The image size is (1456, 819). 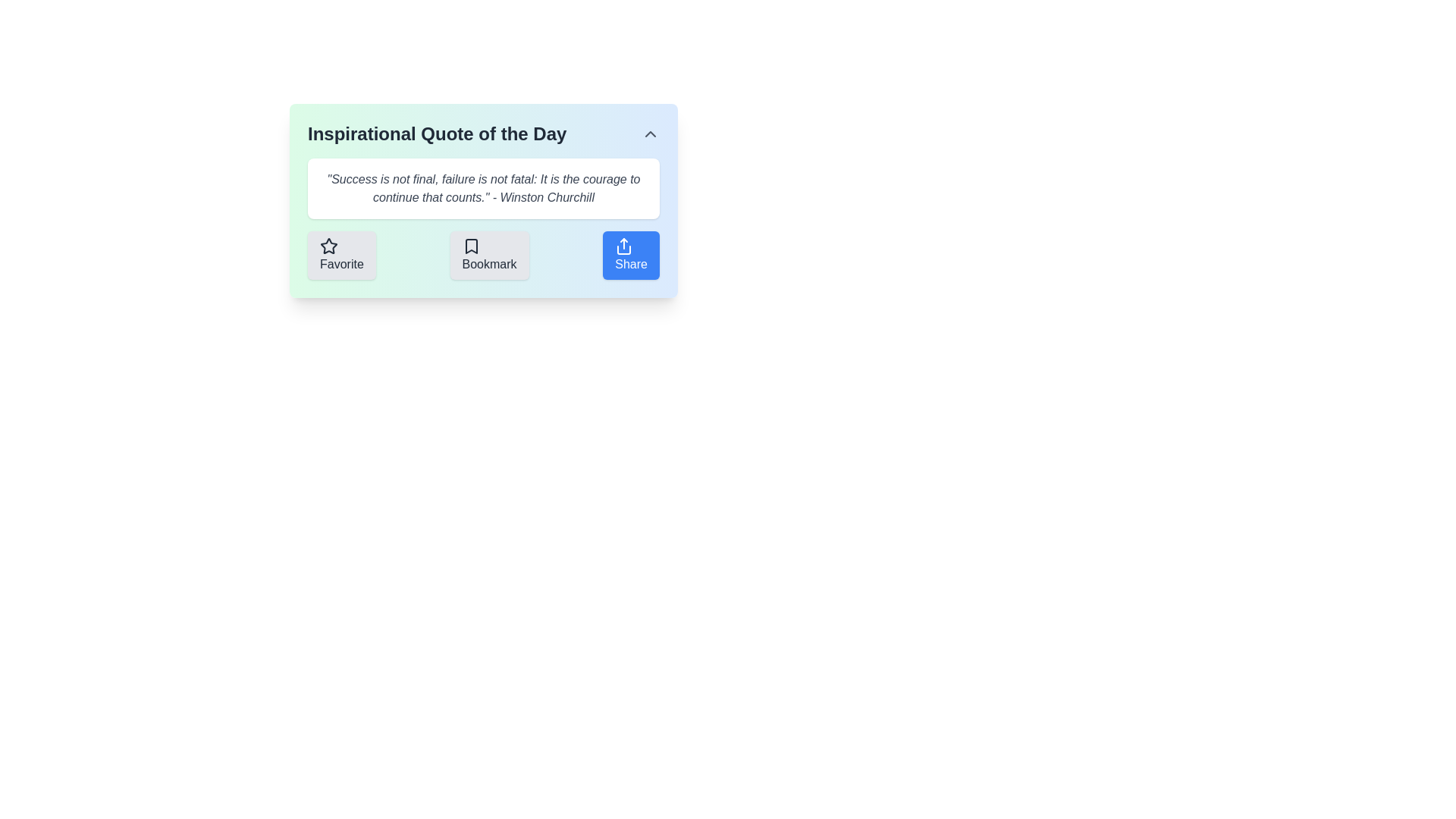 I want to click on the star-shaped icon button located in the leftmost position among three interactive buttons under the inspirational quote section to favorite or unfavorite the quote, so click(x=328, y=245).